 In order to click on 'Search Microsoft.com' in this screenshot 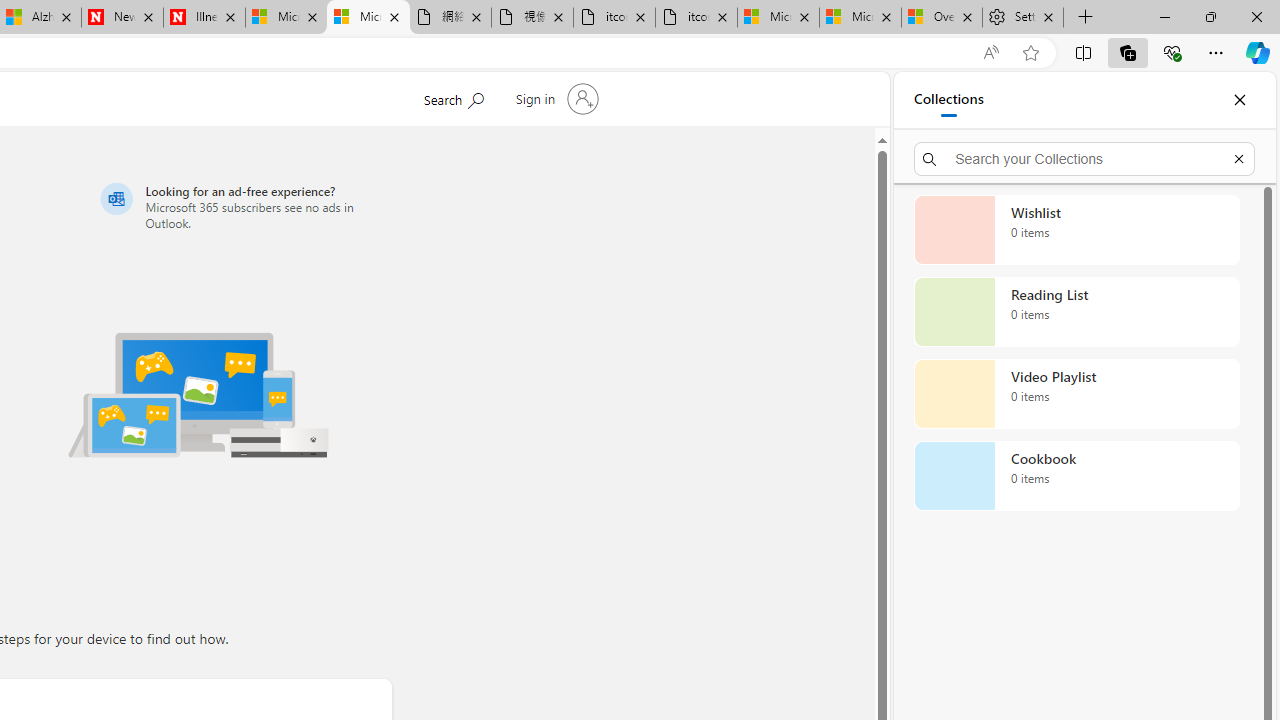, I will do `click(452, 97)`.